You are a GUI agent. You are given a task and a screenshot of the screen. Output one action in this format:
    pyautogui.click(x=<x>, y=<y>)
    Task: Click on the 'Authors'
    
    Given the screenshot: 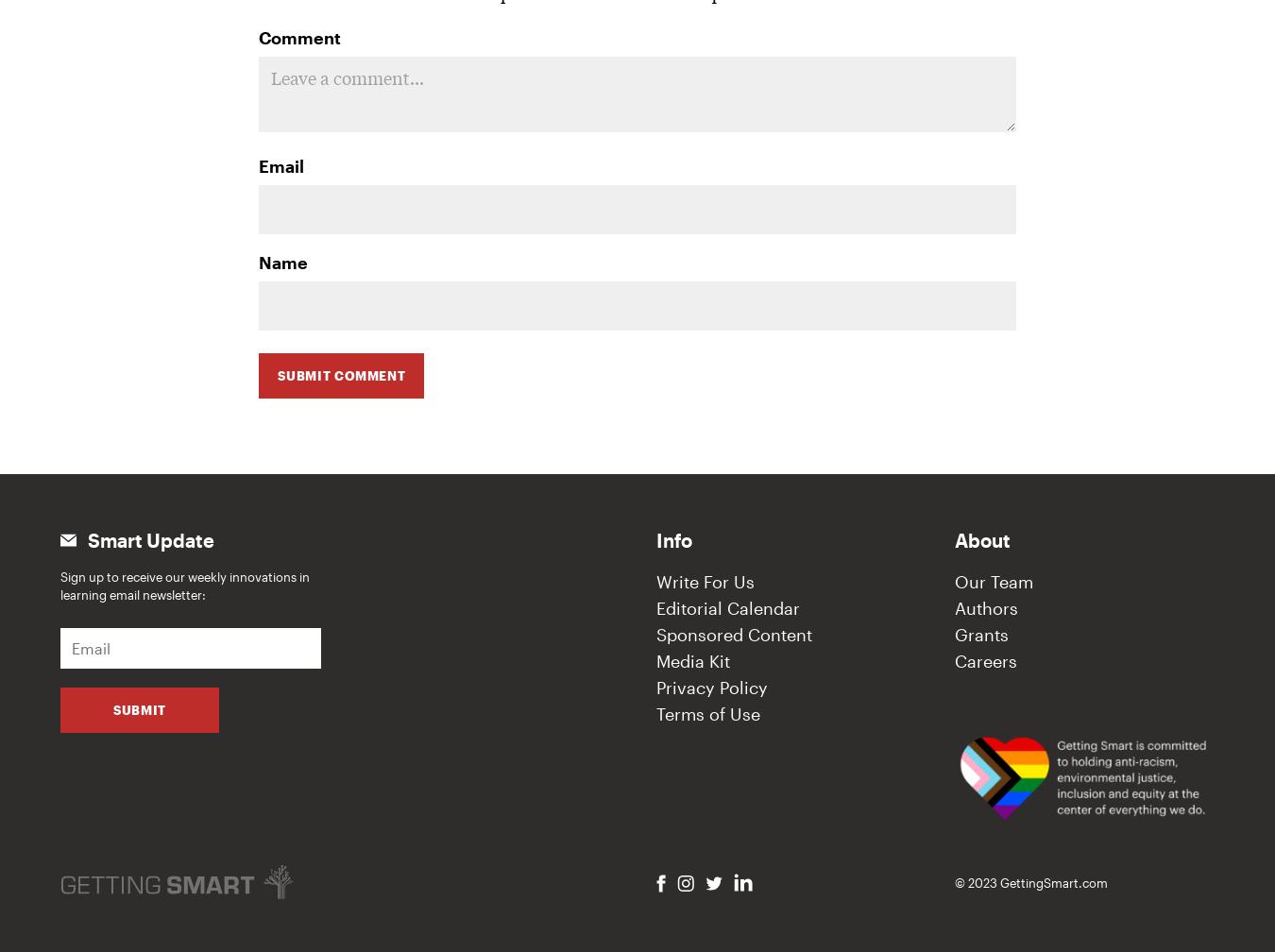 What is the action you would take?
    pyautogui.click(x=985, y=608)
    